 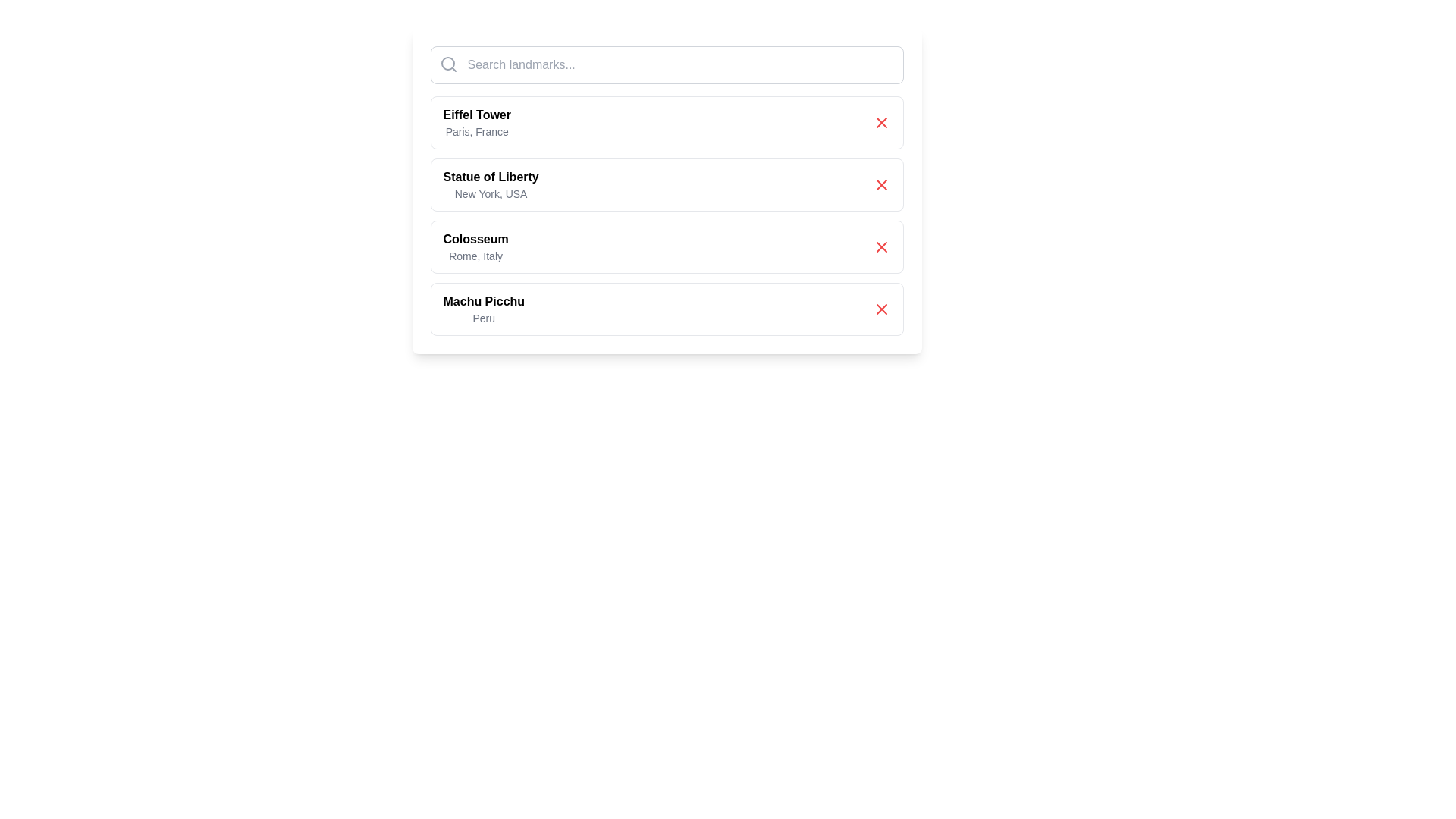 I want to click on the Close button (SVG component) located to the right of the text 'Machu Picchu, Peru', so click(x=881, y=309).